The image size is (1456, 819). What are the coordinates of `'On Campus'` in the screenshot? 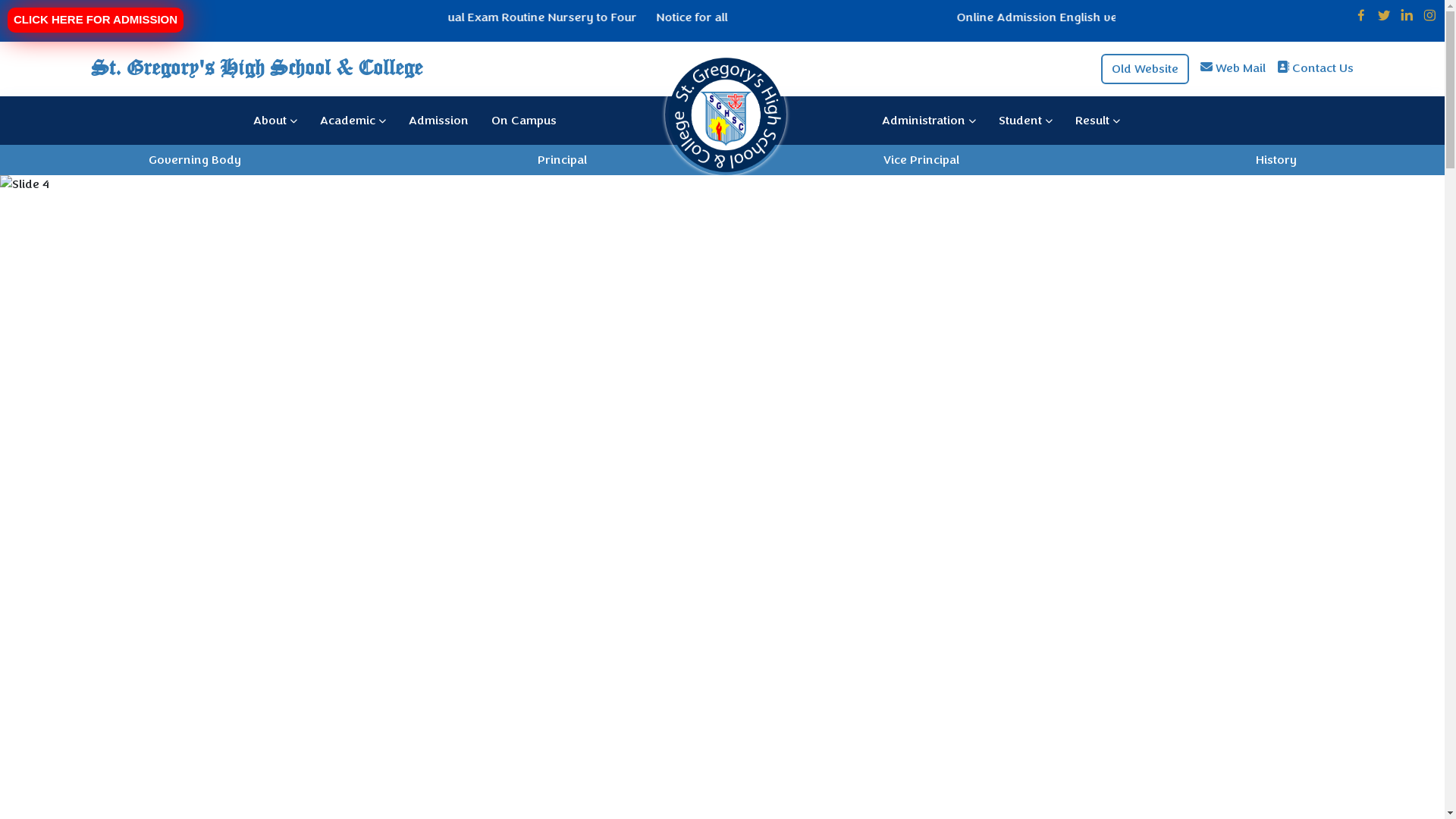 It's located at (524, 119).